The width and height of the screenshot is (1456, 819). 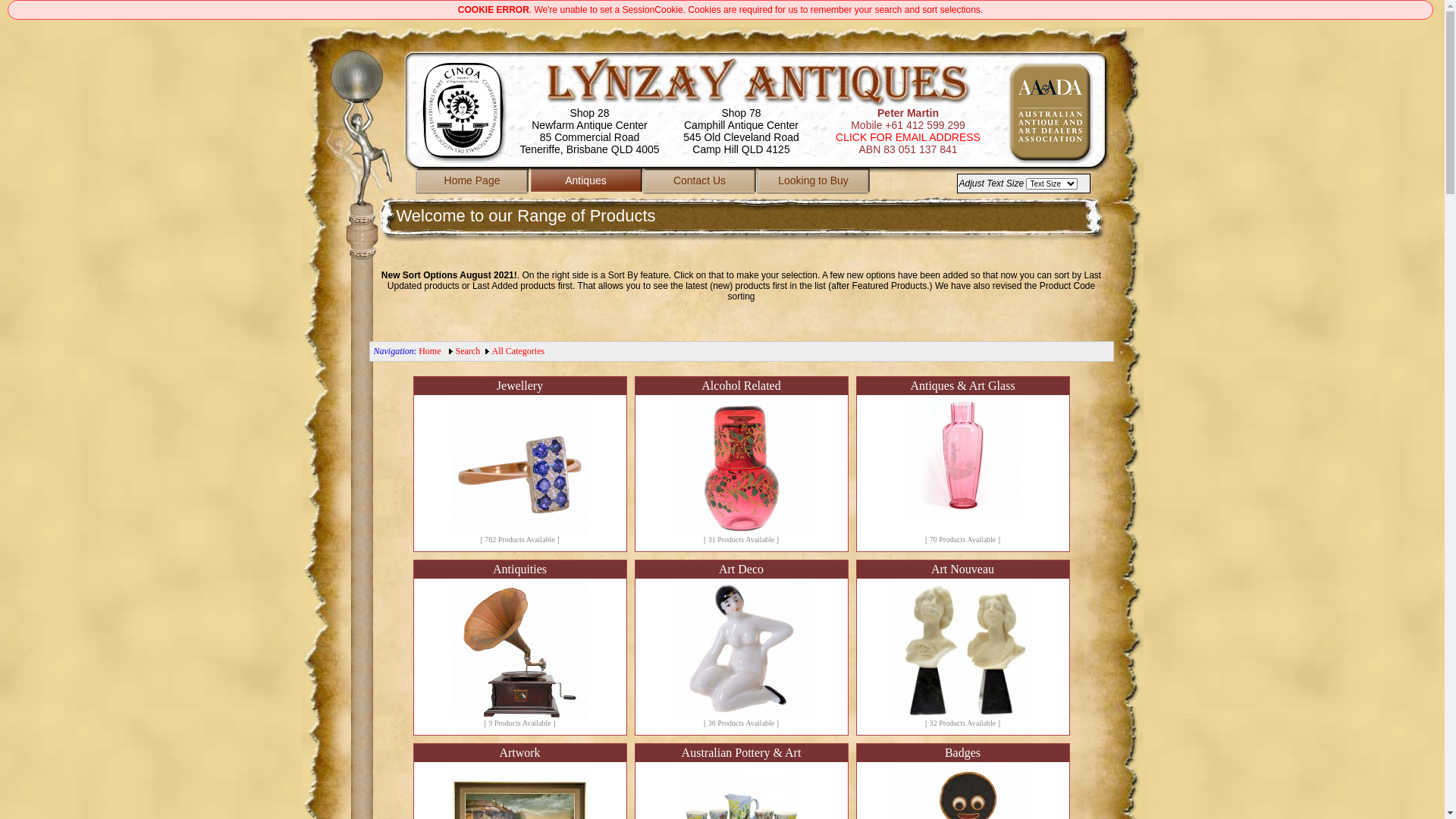 What do you see at coordinates (698, 181) in the screenshot?
I see `'Contact Us'` at bounding box center [698, 181].